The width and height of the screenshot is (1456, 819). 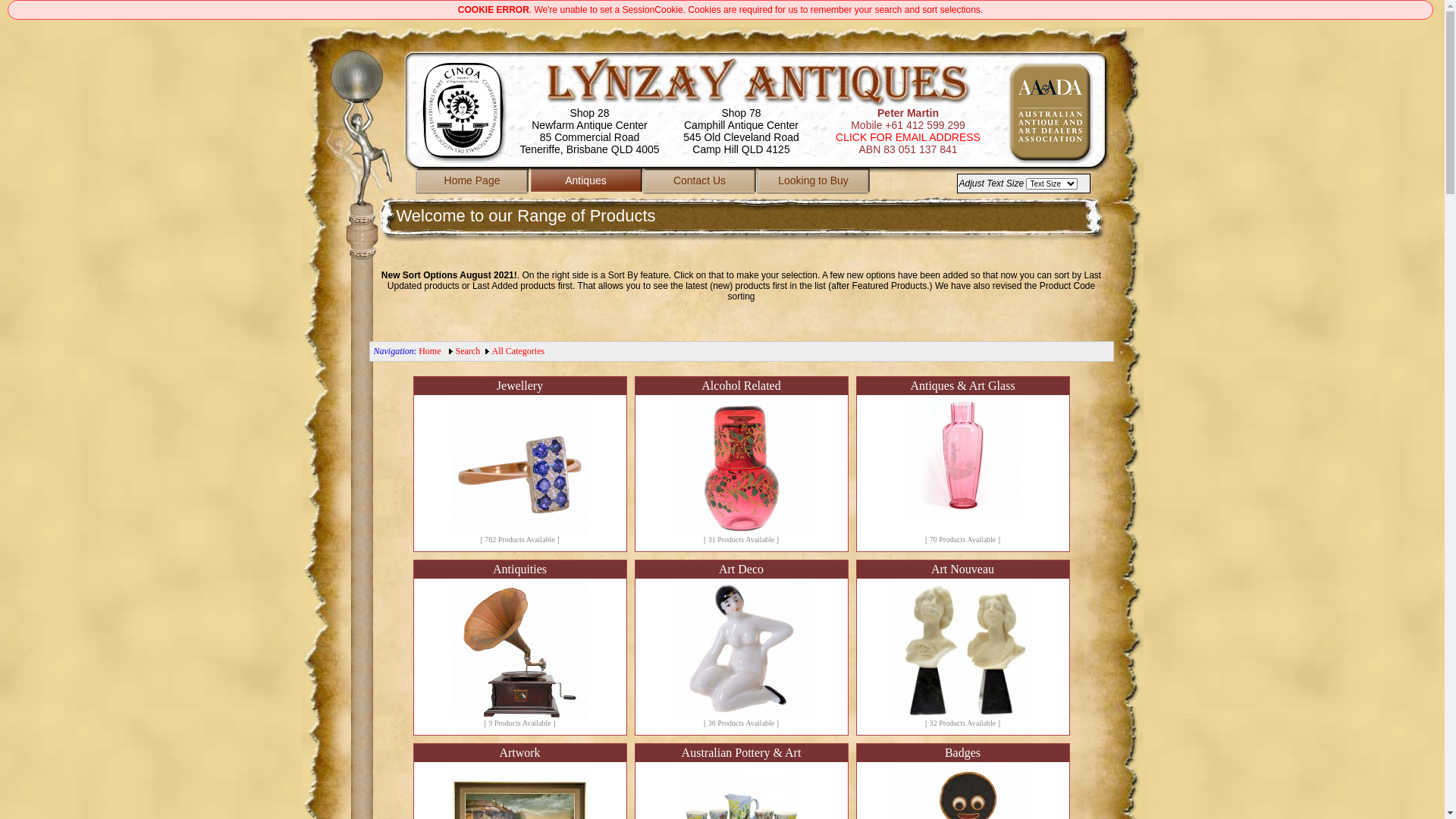 What do you see at coordinates (698, 181) in the screenshot?
I see `'Contact Us'` at bounding box center [698, 181].